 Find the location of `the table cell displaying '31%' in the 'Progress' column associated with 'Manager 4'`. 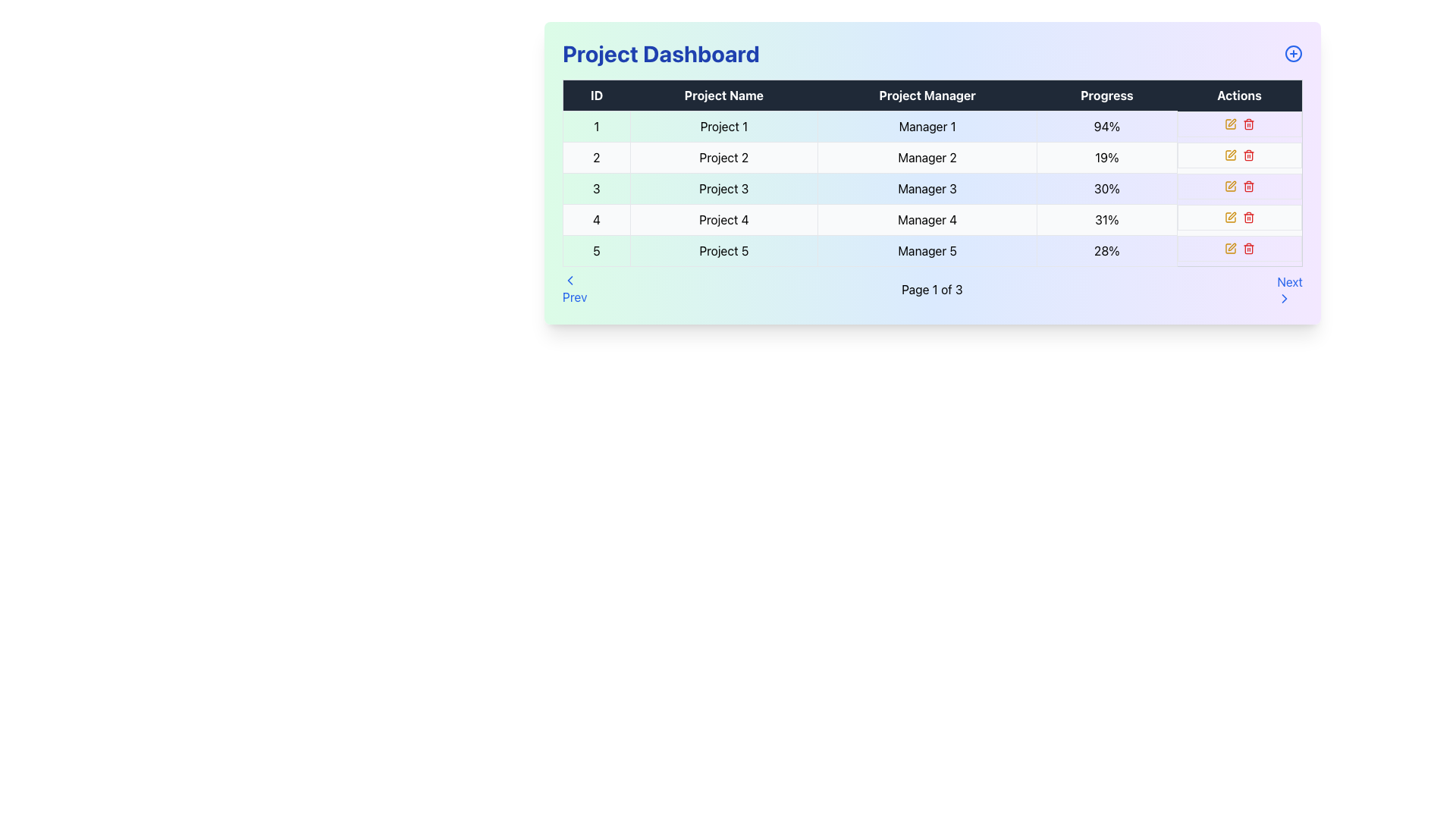

the table cell displaying '31%' in the 'Progress' column associated with 'Manager 4' is located at coordinates (1106, 219).